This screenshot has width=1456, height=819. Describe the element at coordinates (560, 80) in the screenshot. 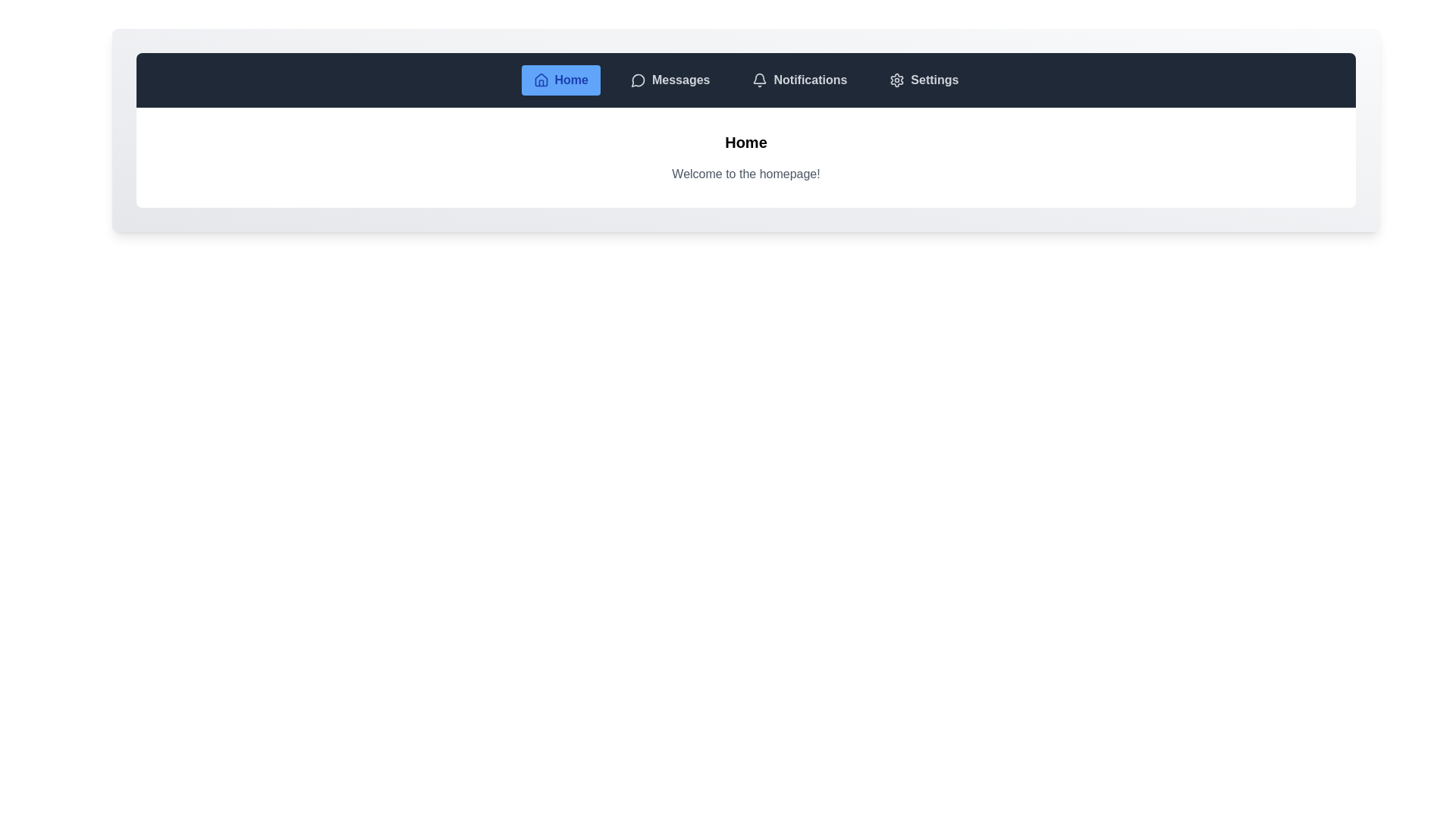

I see `the tab labeled Home to observe its hover effect` at that location.